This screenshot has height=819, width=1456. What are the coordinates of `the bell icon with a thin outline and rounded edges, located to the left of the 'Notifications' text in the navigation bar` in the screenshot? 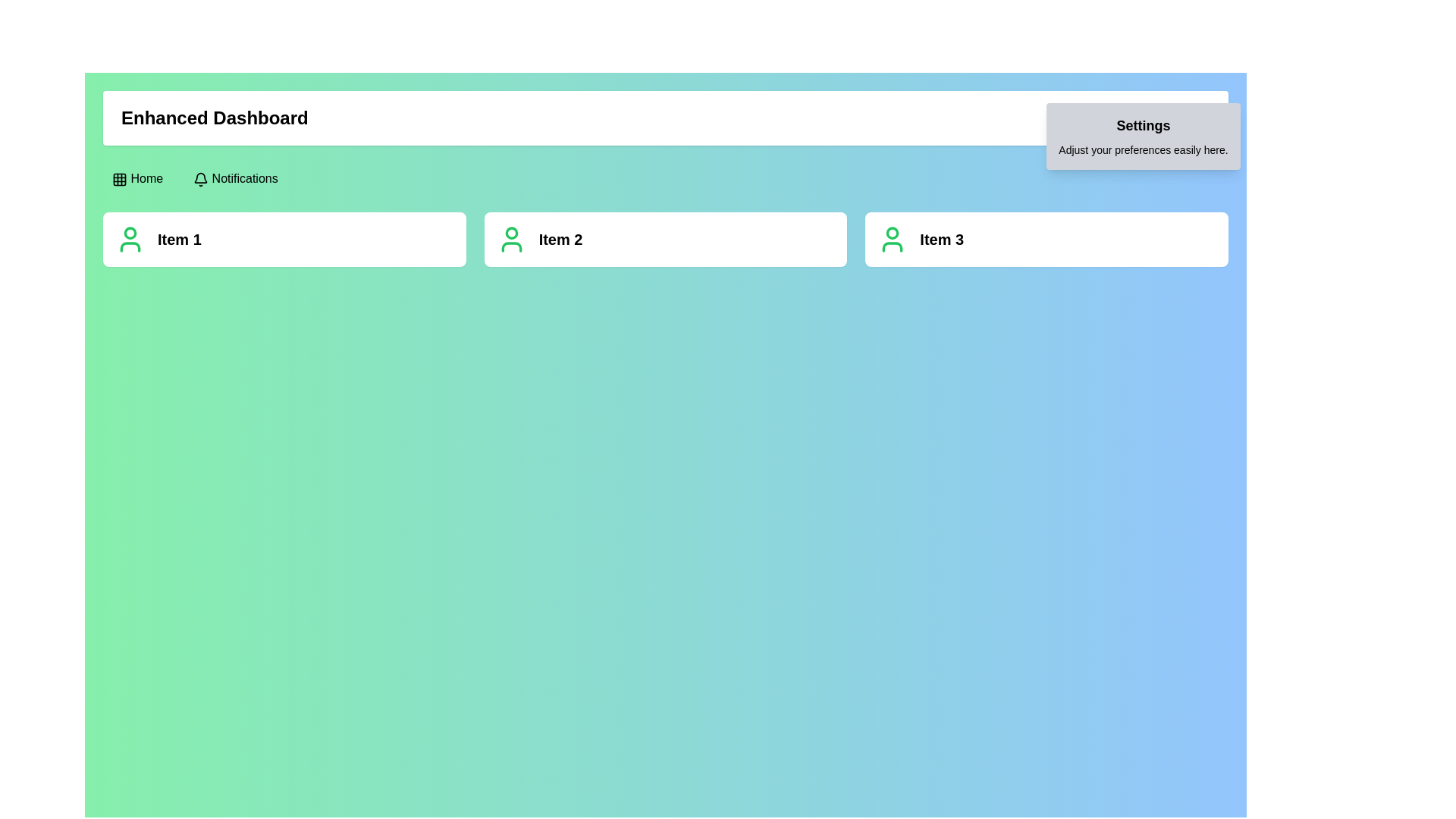 It's located at (200, 178).